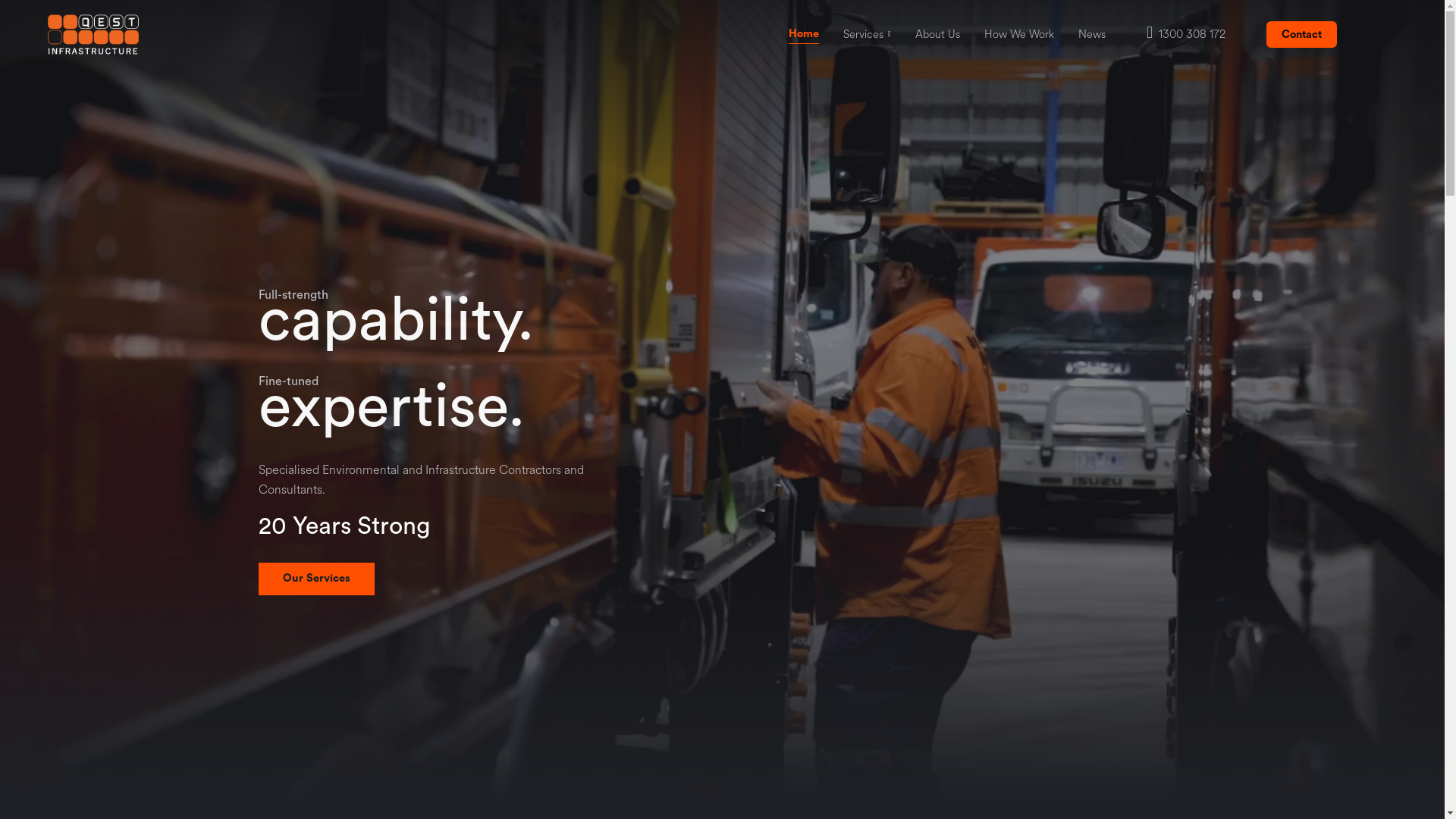  I want to click on 'Home', so click(803, 34).